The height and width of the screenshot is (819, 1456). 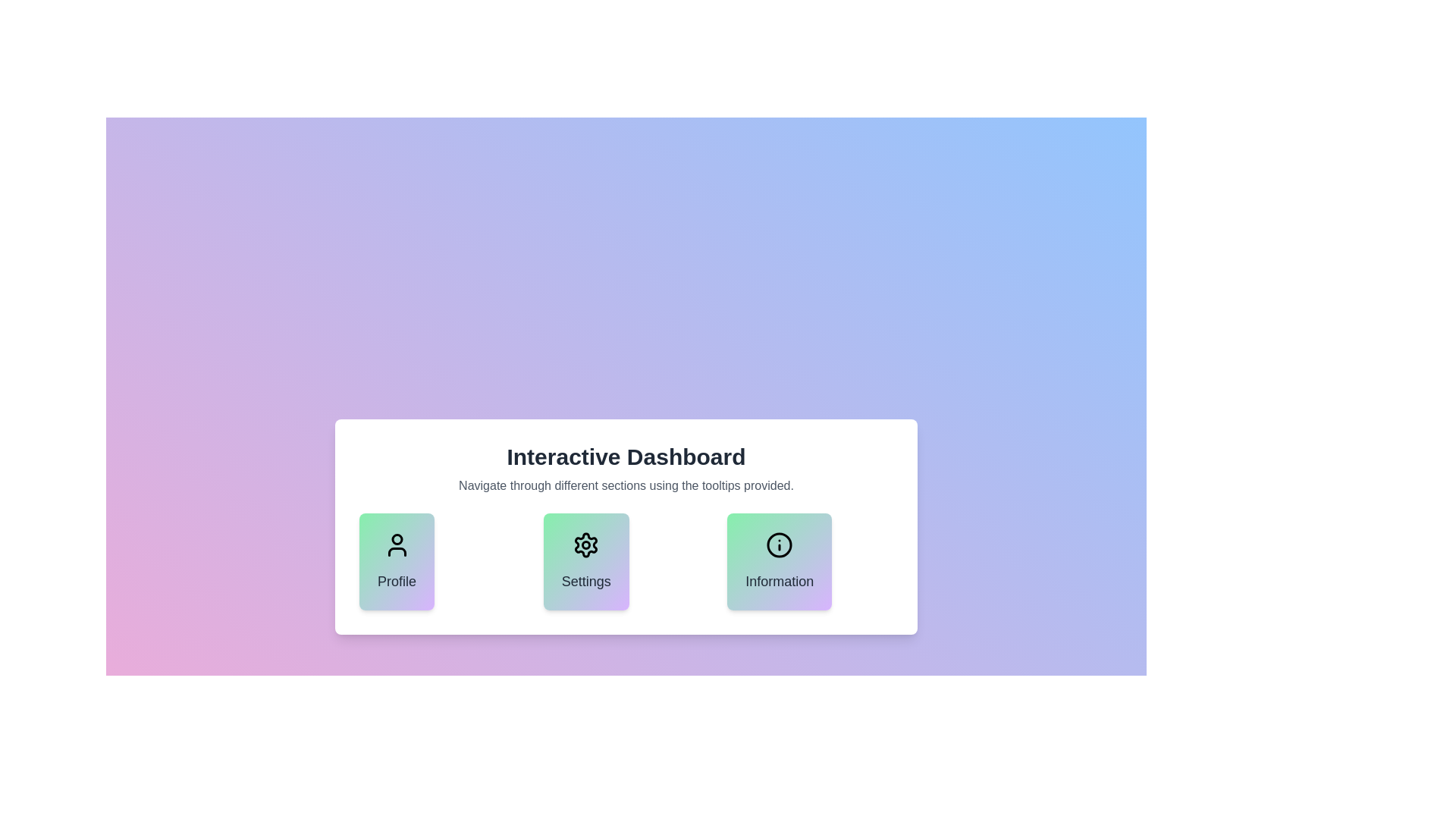 What do you see at coordinates (626, 456) in the screenshot?
I see `the static text label or heading that serves as the title or heading for the associated section, located at the center of the viewport above additional instructions` at bounding box center [626, 456].